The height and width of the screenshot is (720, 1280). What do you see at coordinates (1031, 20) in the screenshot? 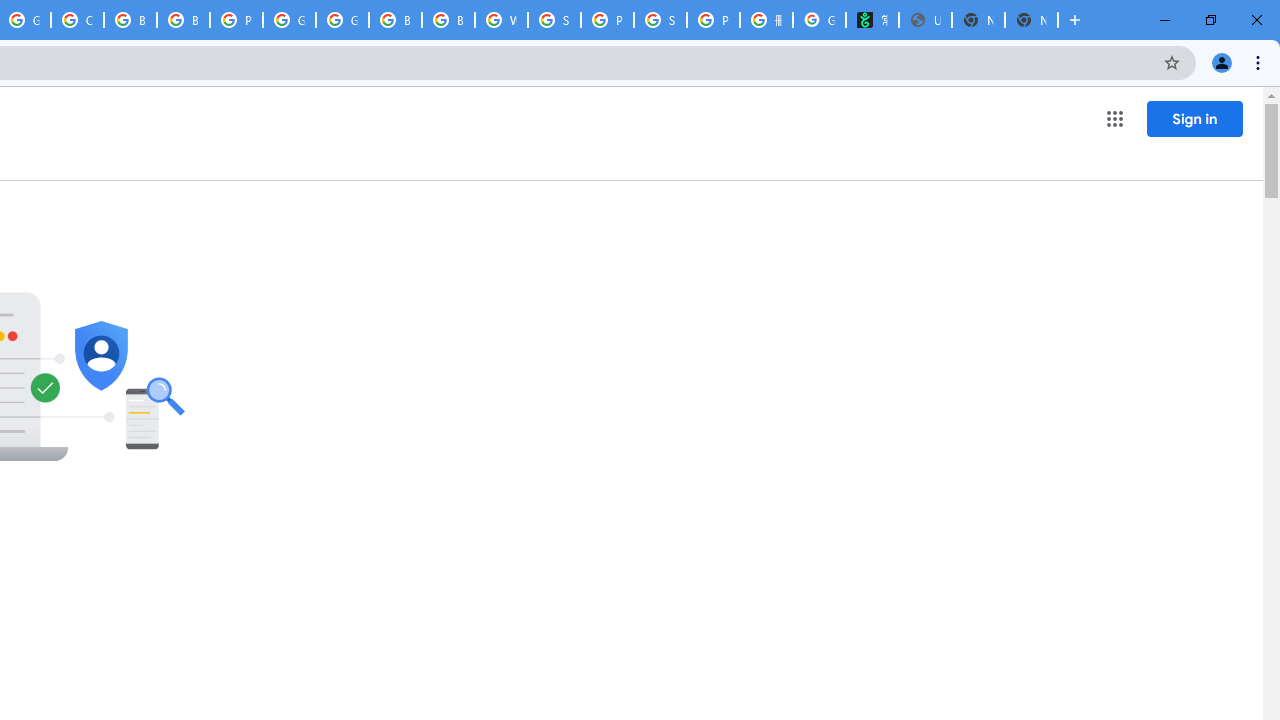
I see `'New Tab'` at bounding box center [1031, 20].